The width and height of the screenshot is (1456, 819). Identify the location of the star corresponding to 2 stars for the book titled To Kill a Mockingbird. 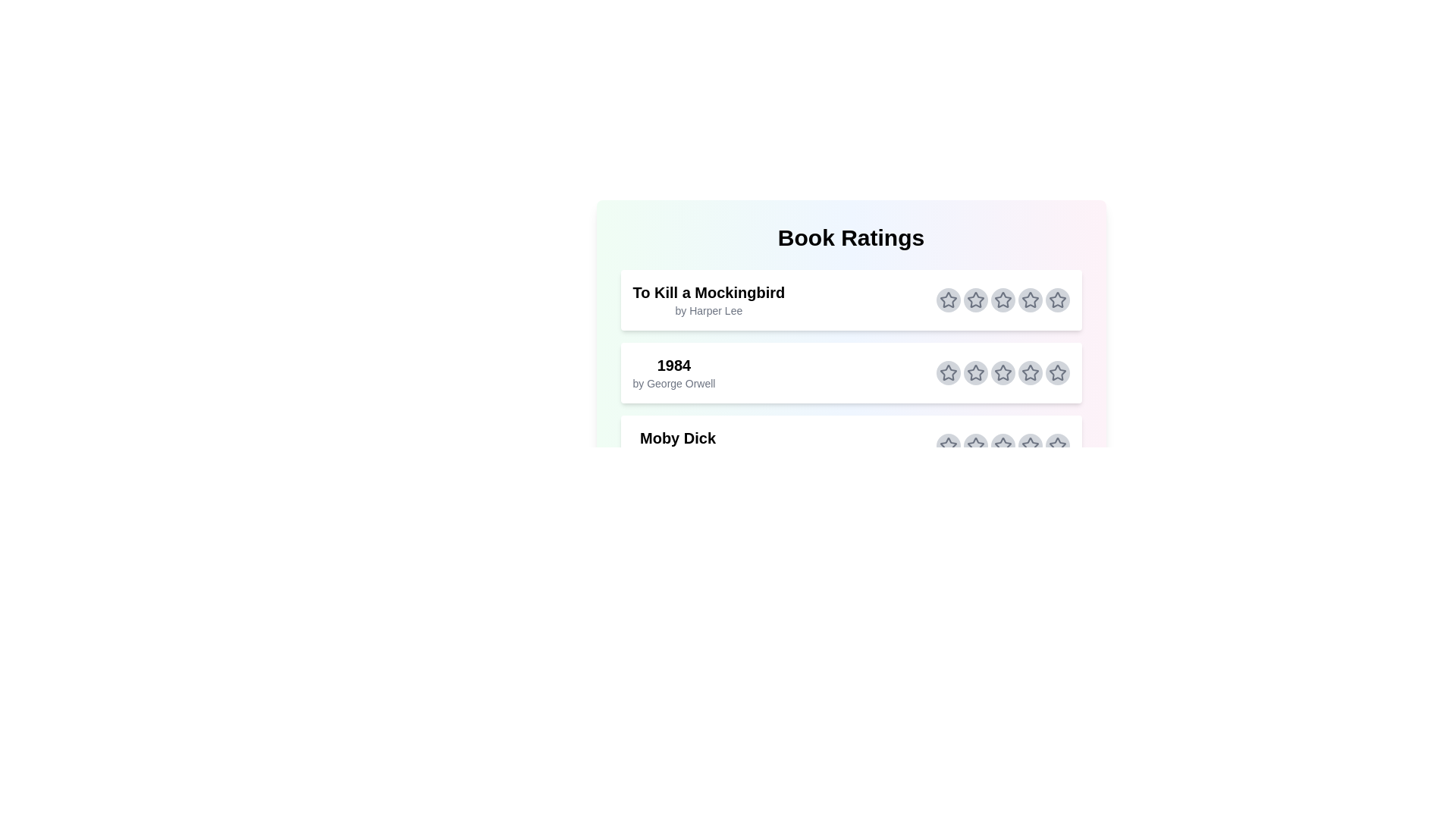
(975, 300).